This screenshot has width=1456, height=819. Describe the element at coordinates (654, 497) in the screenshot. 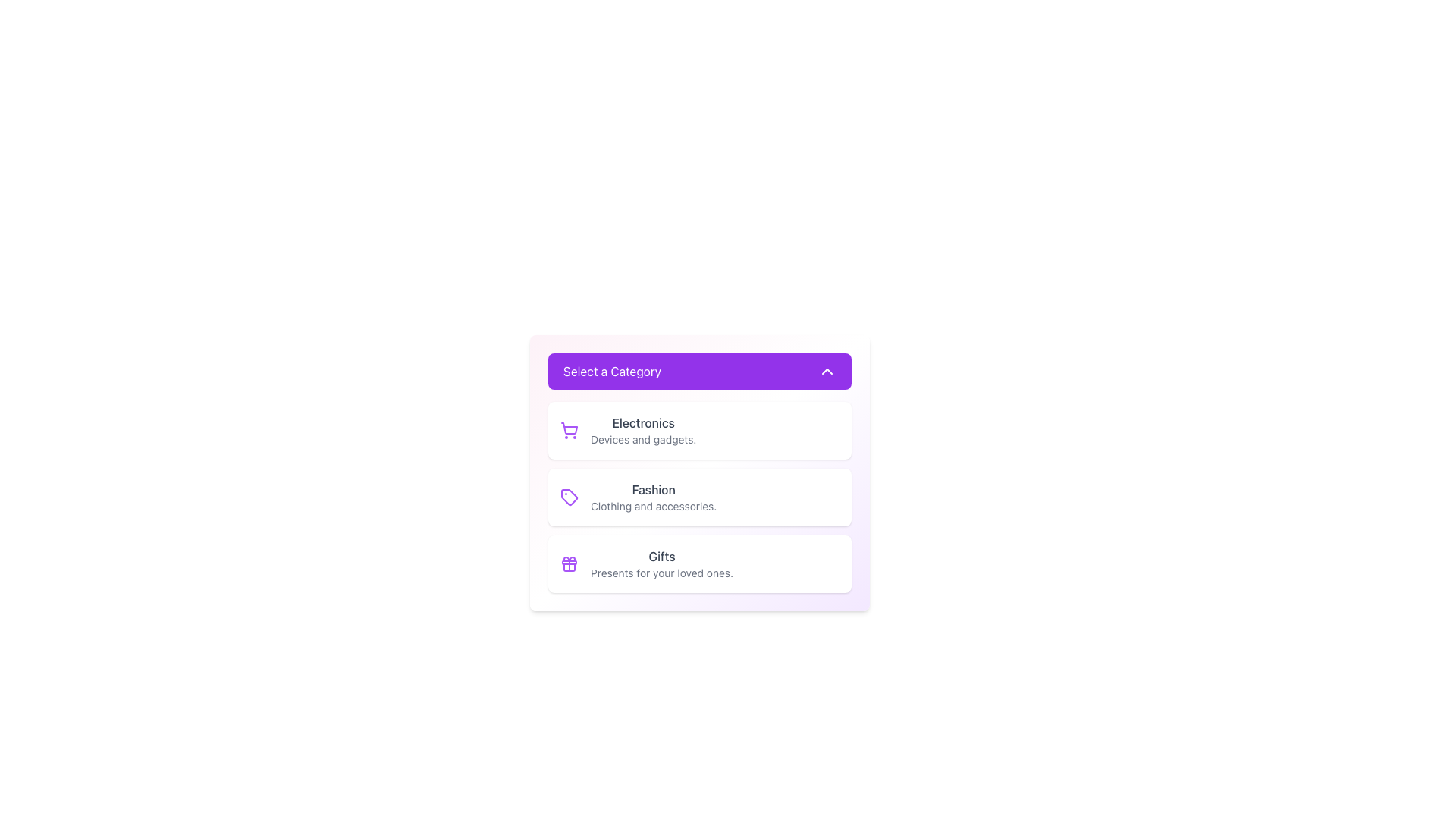

I see `the text content block that displays 'Fashion' in bold and 'Clothing and accessories.' in gray, located between the 'Electronics' and 'Gifts' cards` at that location.